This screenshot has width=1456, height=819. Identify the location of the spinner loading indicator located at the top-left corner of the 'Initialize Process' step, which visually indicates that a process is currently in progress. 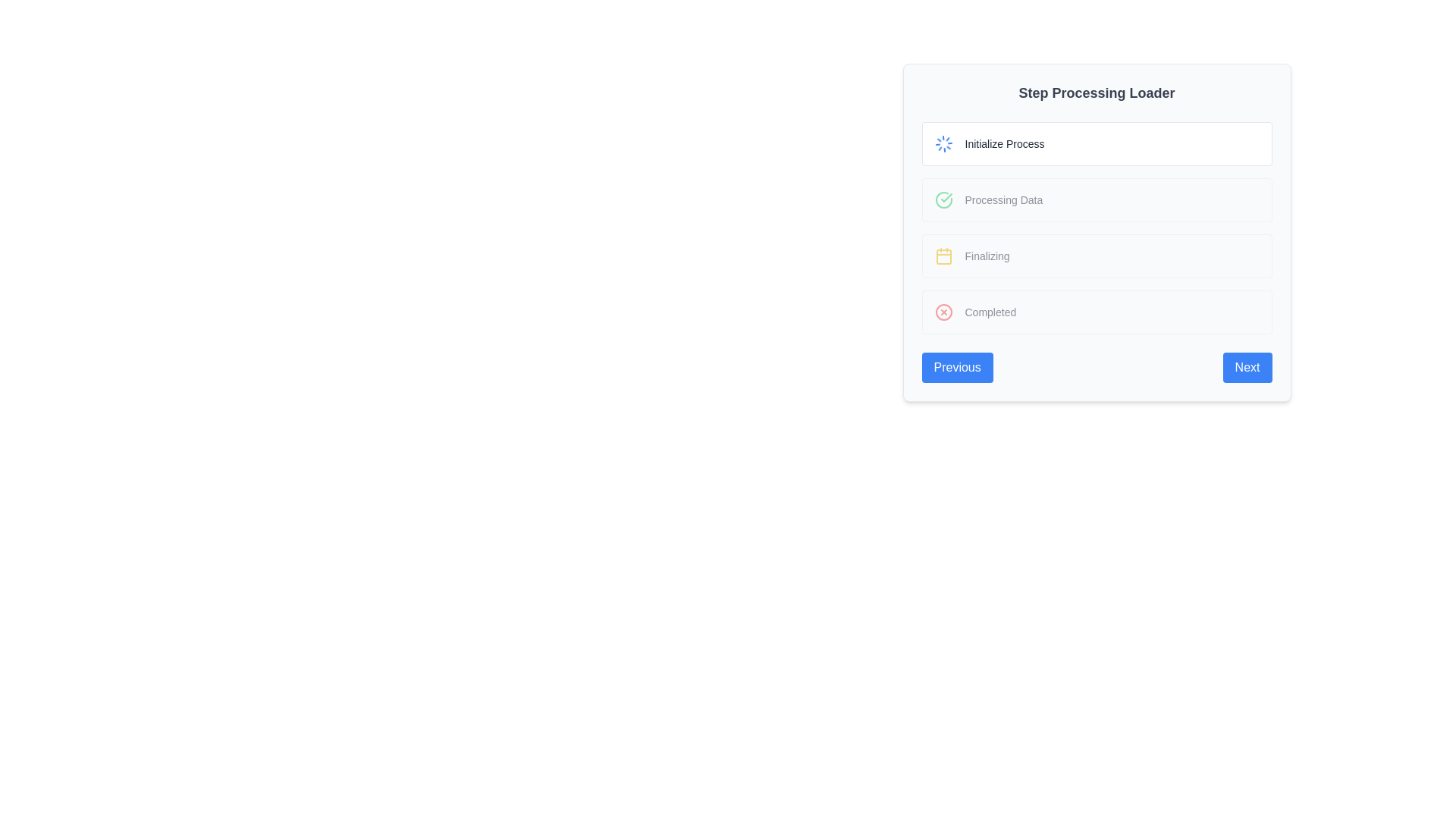
(943, 143).